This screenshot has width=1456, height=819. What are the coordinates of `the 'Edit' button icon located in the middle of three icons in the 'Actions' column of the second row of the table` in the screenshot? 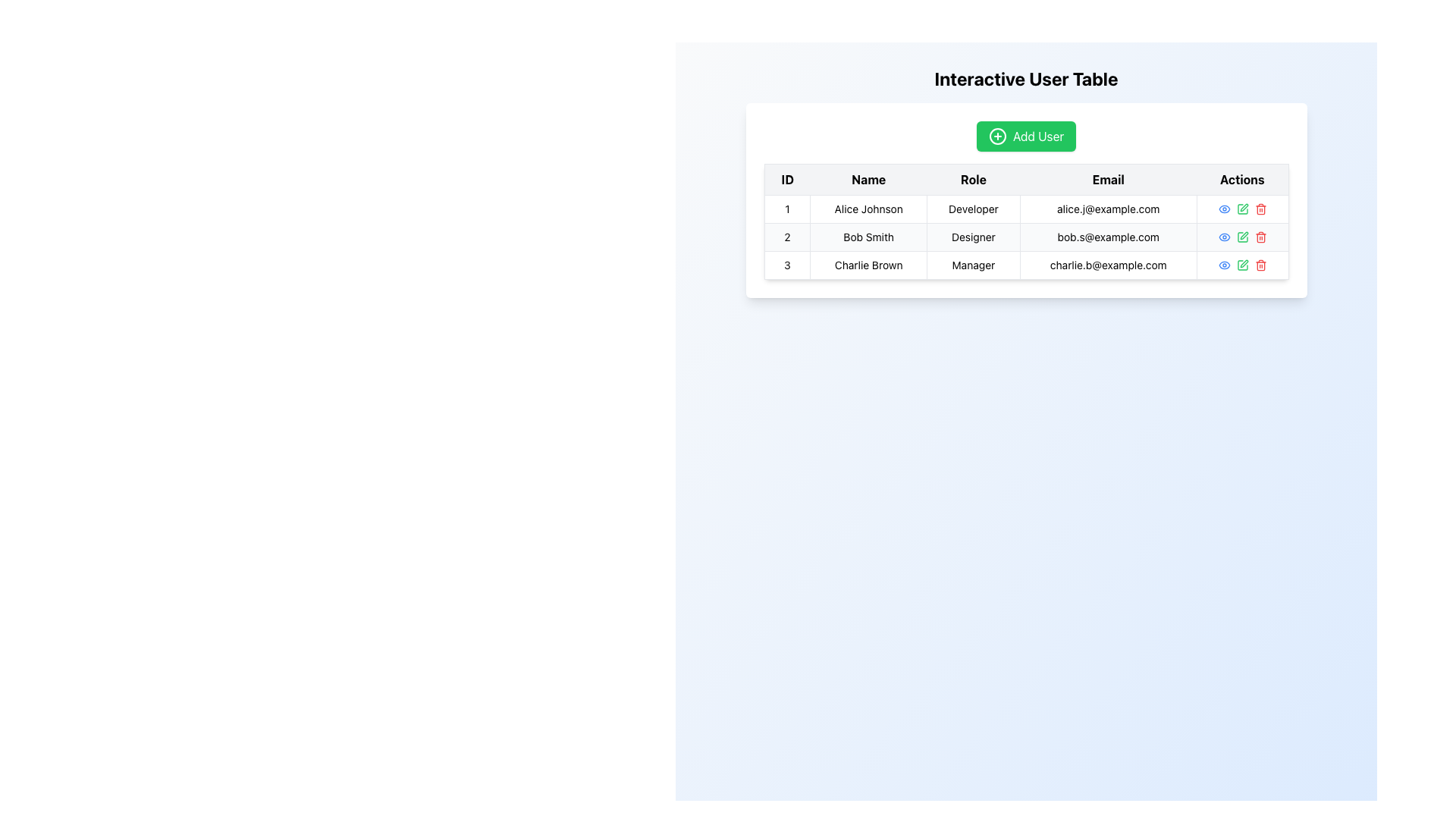 It's located at (1242, 237).